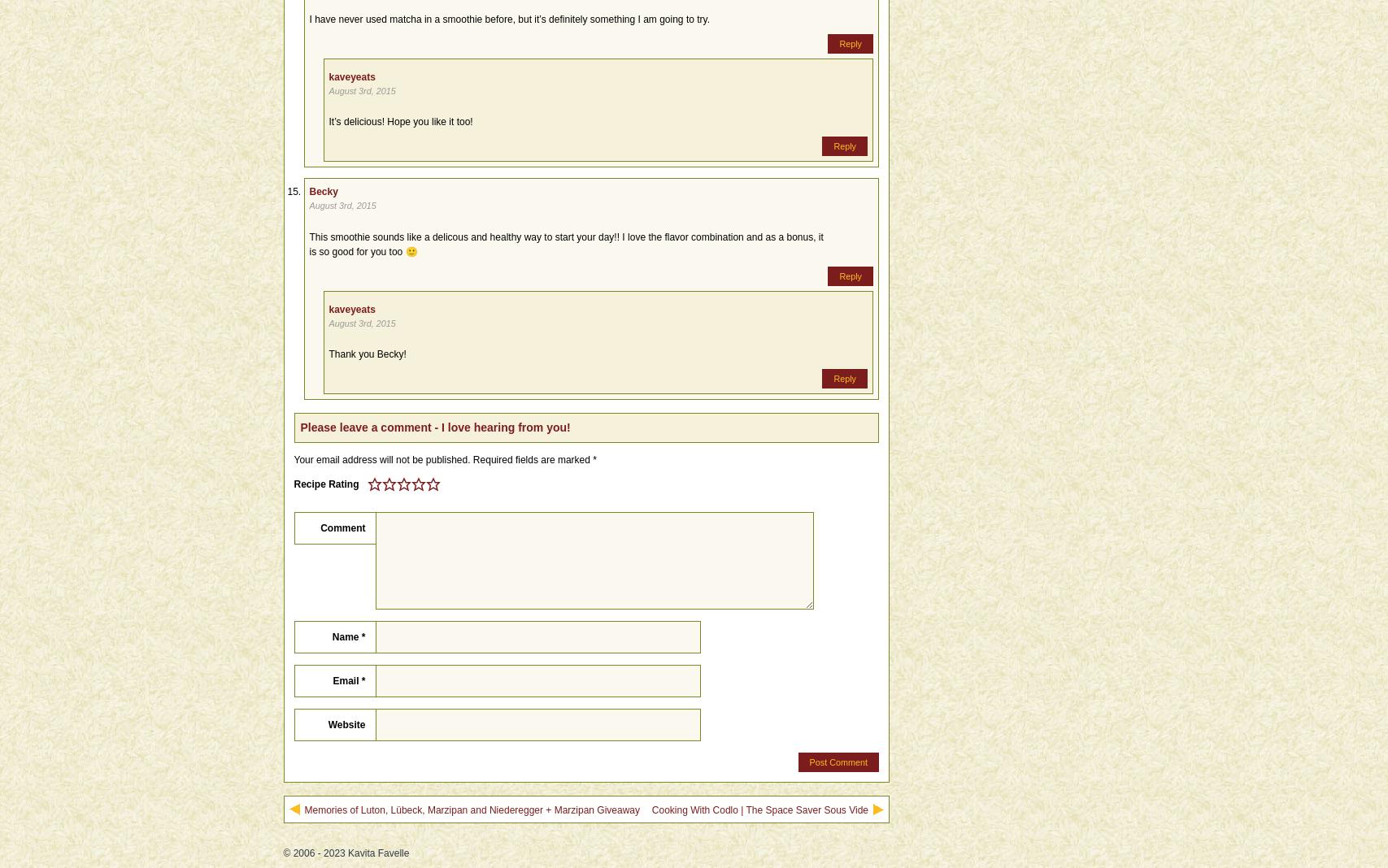 This screenshot has width=1388, height=868. Describe the element at coordinates (381, 458) in the screenshot. I see `'Your email address will not be published.'` at that location.